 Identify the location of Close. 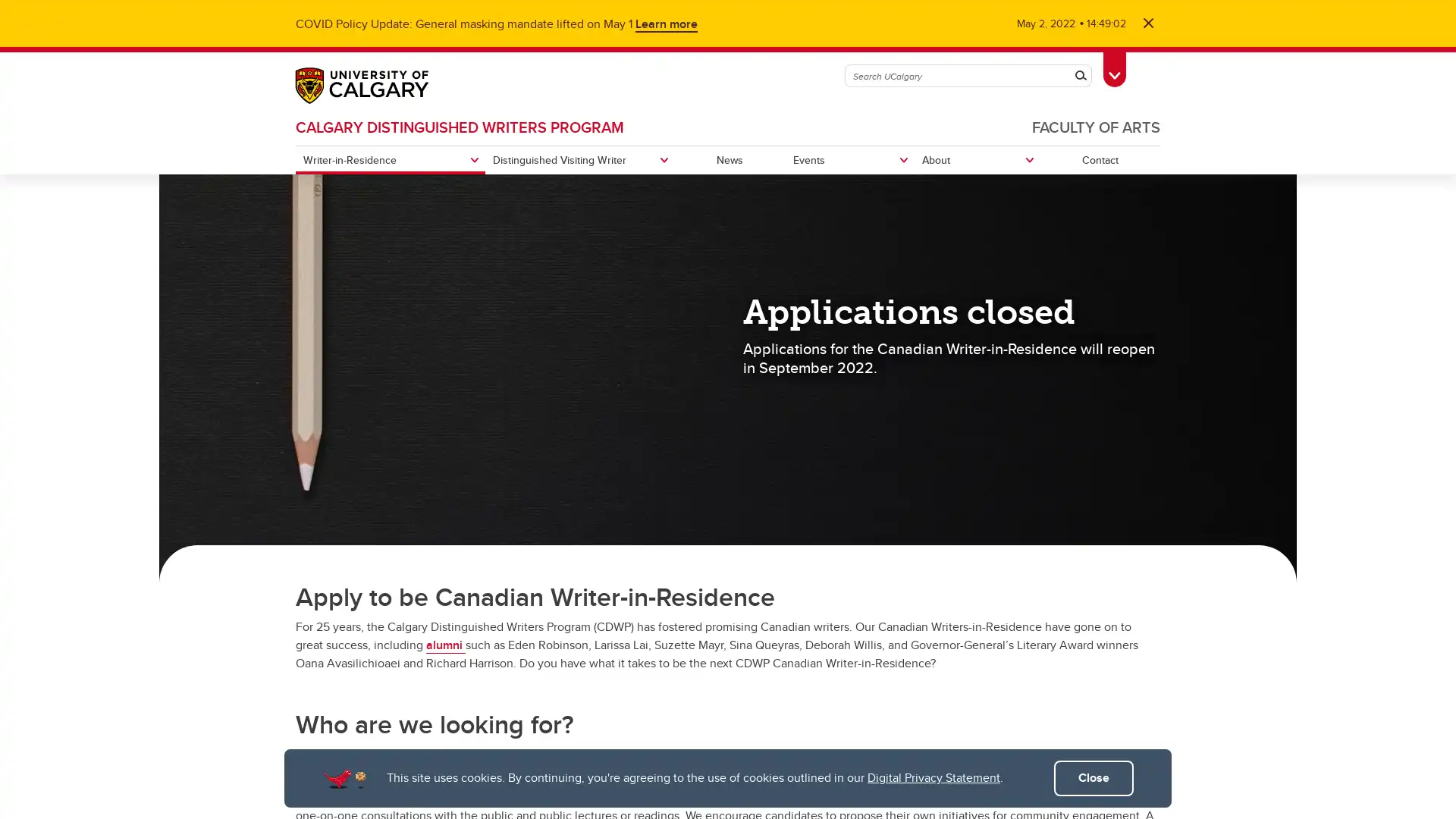
(1094, 778).